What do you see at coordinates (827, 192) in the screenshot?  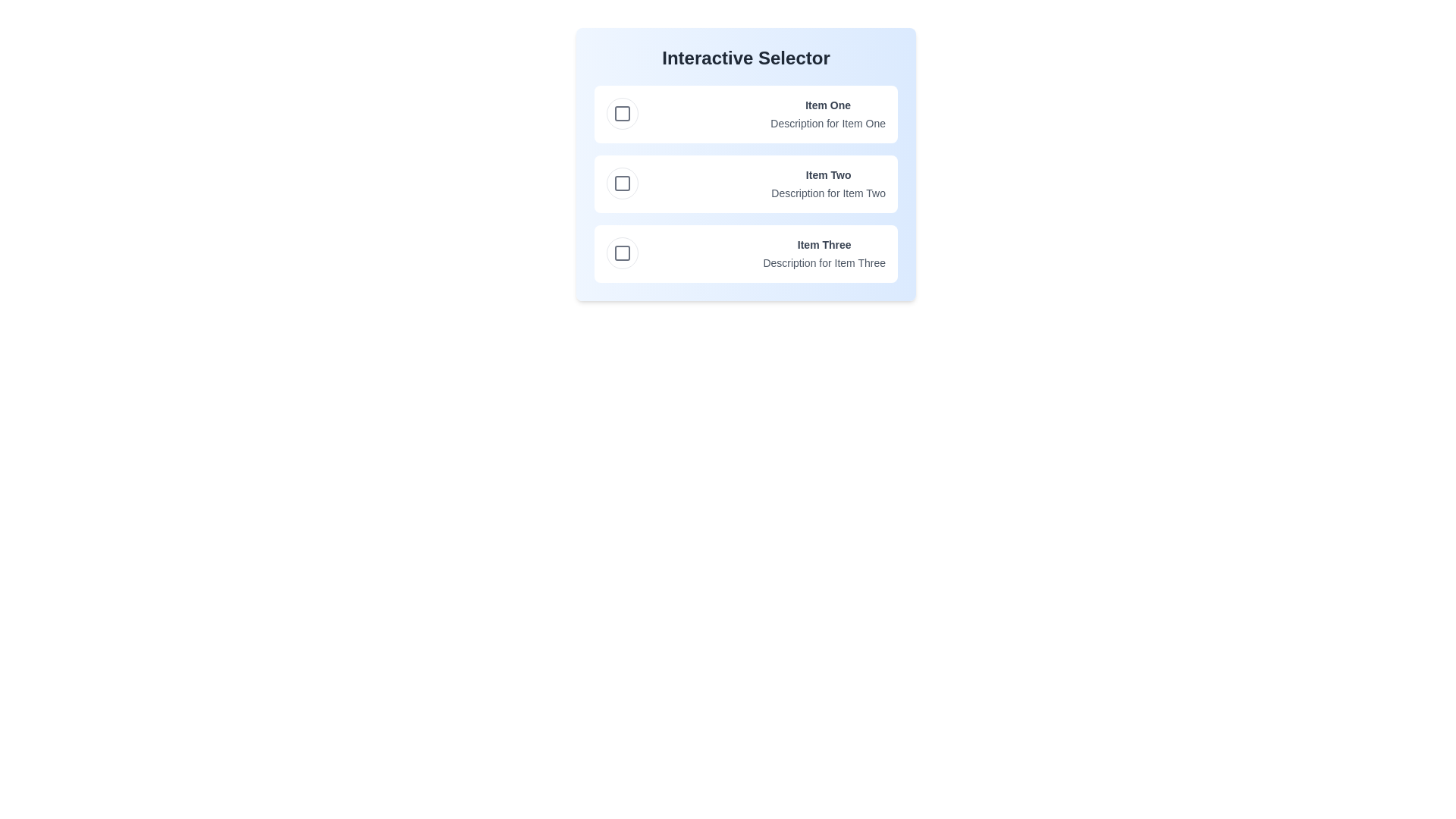 I see `the descriptive text label located beneath 'Item Two' in the second row of the list` at bounding box center [827, 192].